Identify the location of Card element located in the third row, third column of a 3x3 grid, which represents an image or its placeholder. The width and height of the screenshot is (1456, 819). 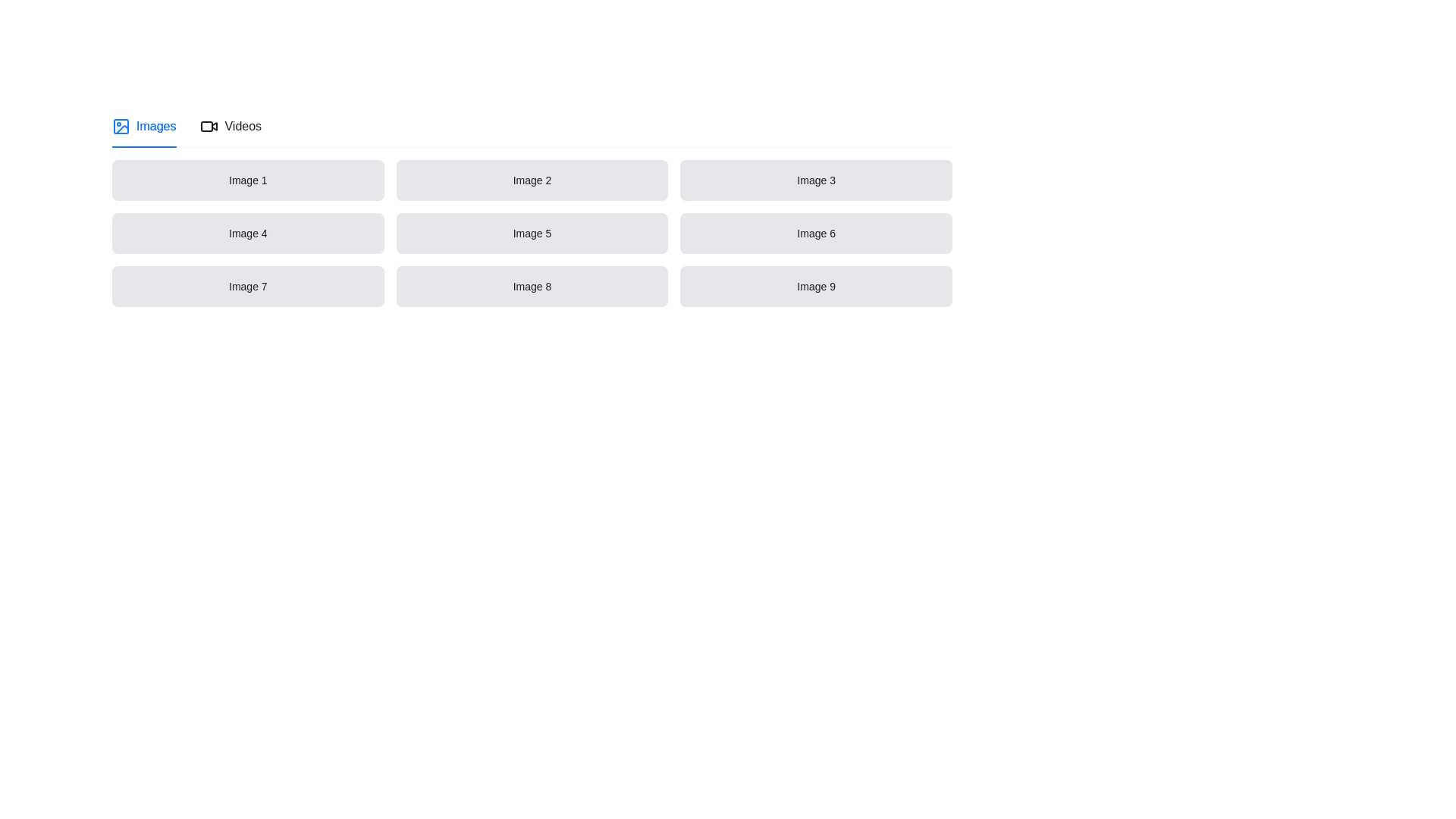
(815, 287).